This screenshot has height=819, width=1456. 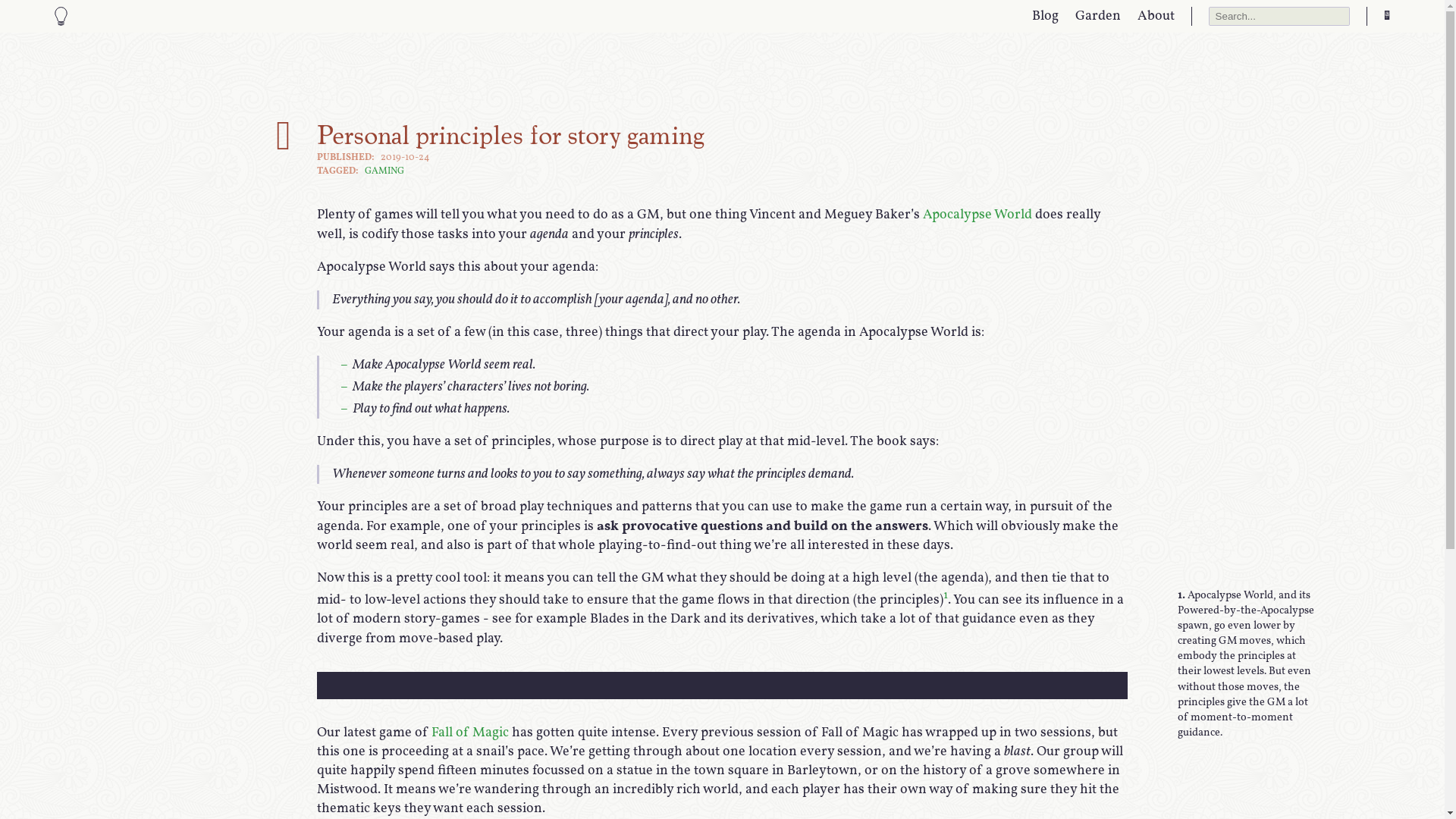 What do you see at coordinates (977, 215) in the screenshot?
I see `'Apocalypse World'` at bounding box center [977, 215].